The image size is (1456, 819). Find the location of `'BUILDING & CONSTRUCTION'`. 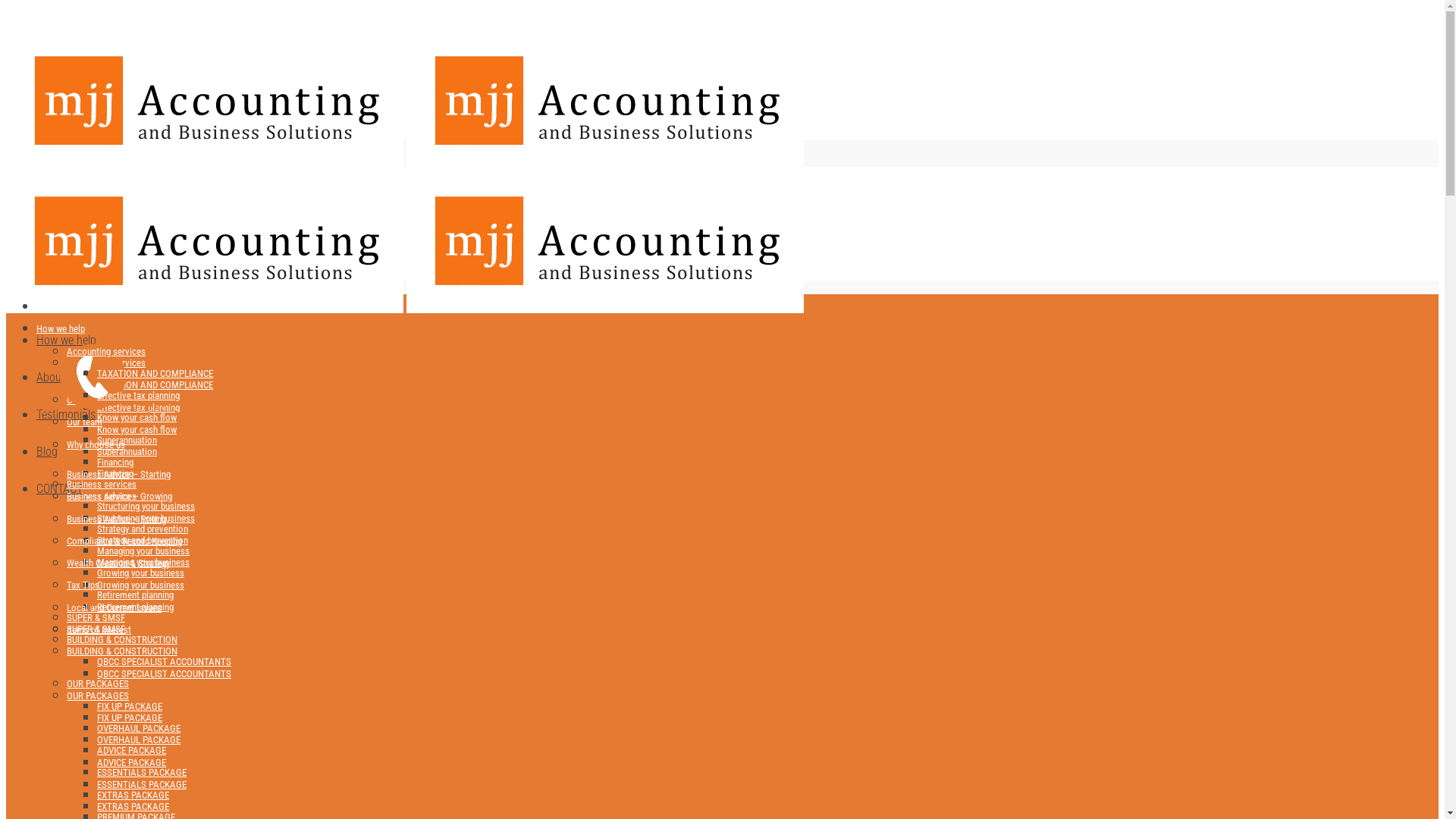

'BUILDING & CONSTRUCTION' is located at coordinates (65, 639).